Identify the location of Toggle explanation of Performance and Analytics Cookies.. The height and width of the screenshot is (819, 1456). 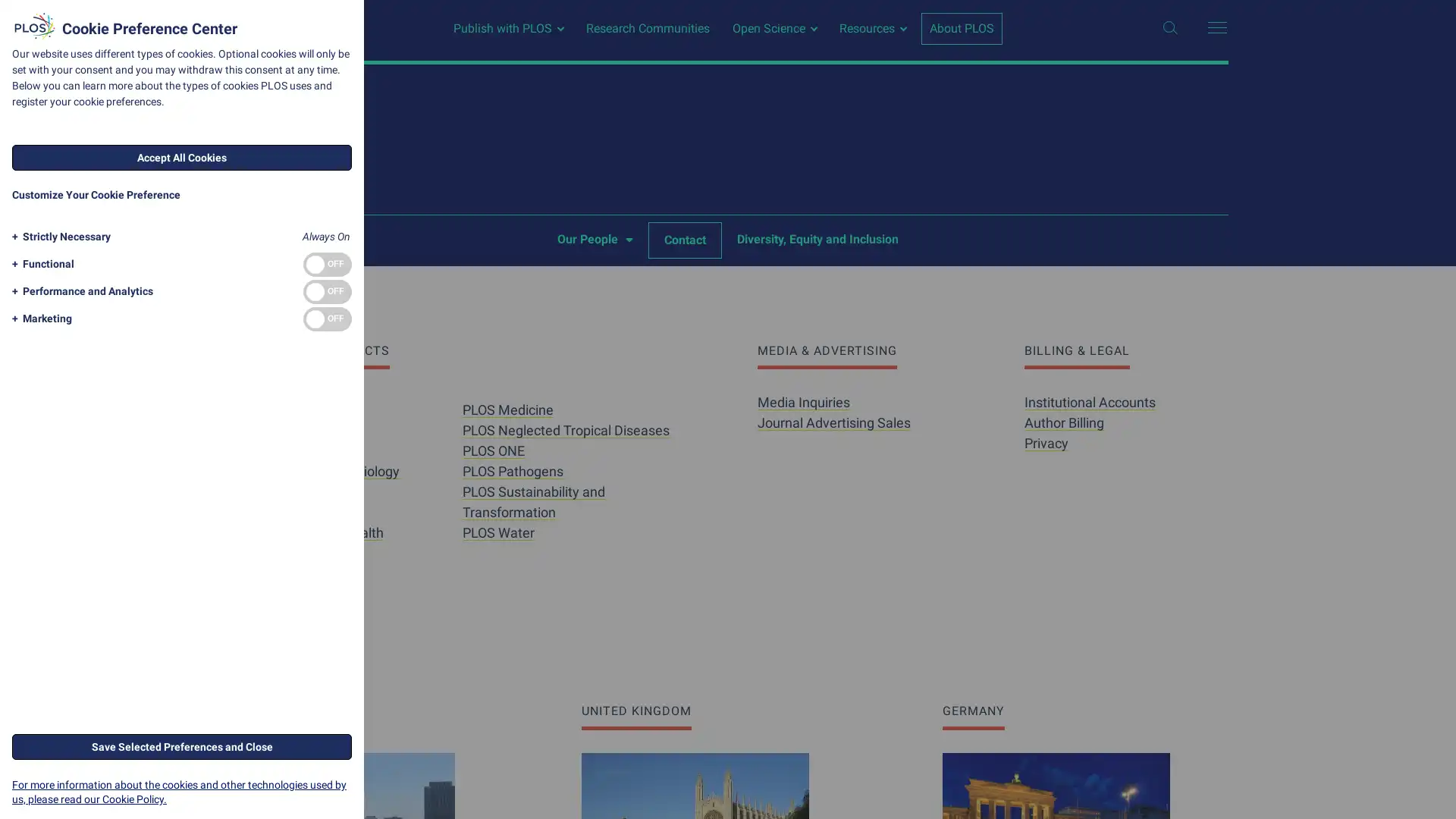
(79, 291).